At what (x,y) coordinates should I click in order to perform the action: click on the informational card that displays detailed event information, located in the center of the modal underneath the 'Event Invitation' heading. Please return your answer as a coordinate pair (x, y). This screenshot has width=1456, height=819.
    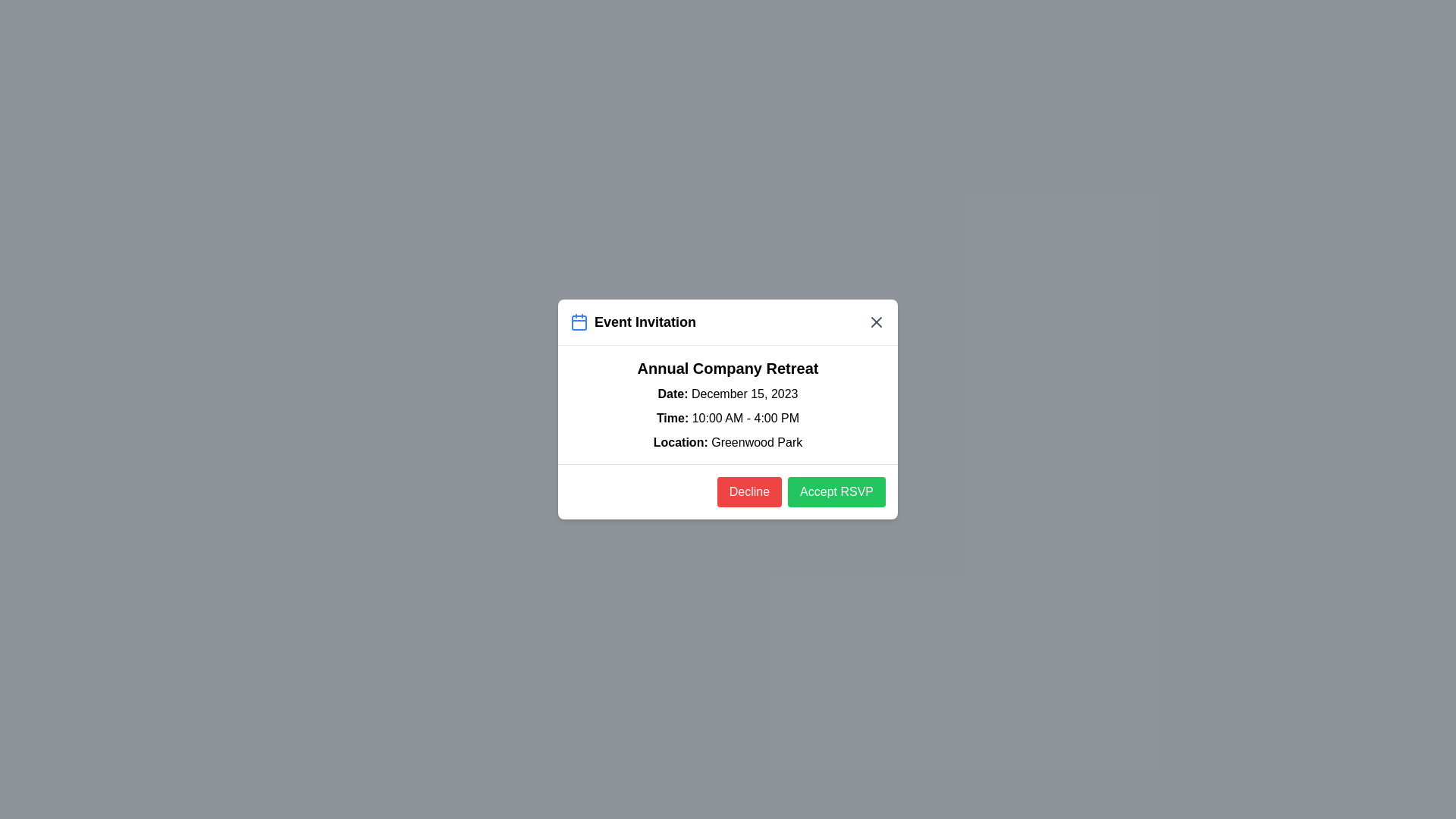
    Looking at the image, I should click on (728, 403).